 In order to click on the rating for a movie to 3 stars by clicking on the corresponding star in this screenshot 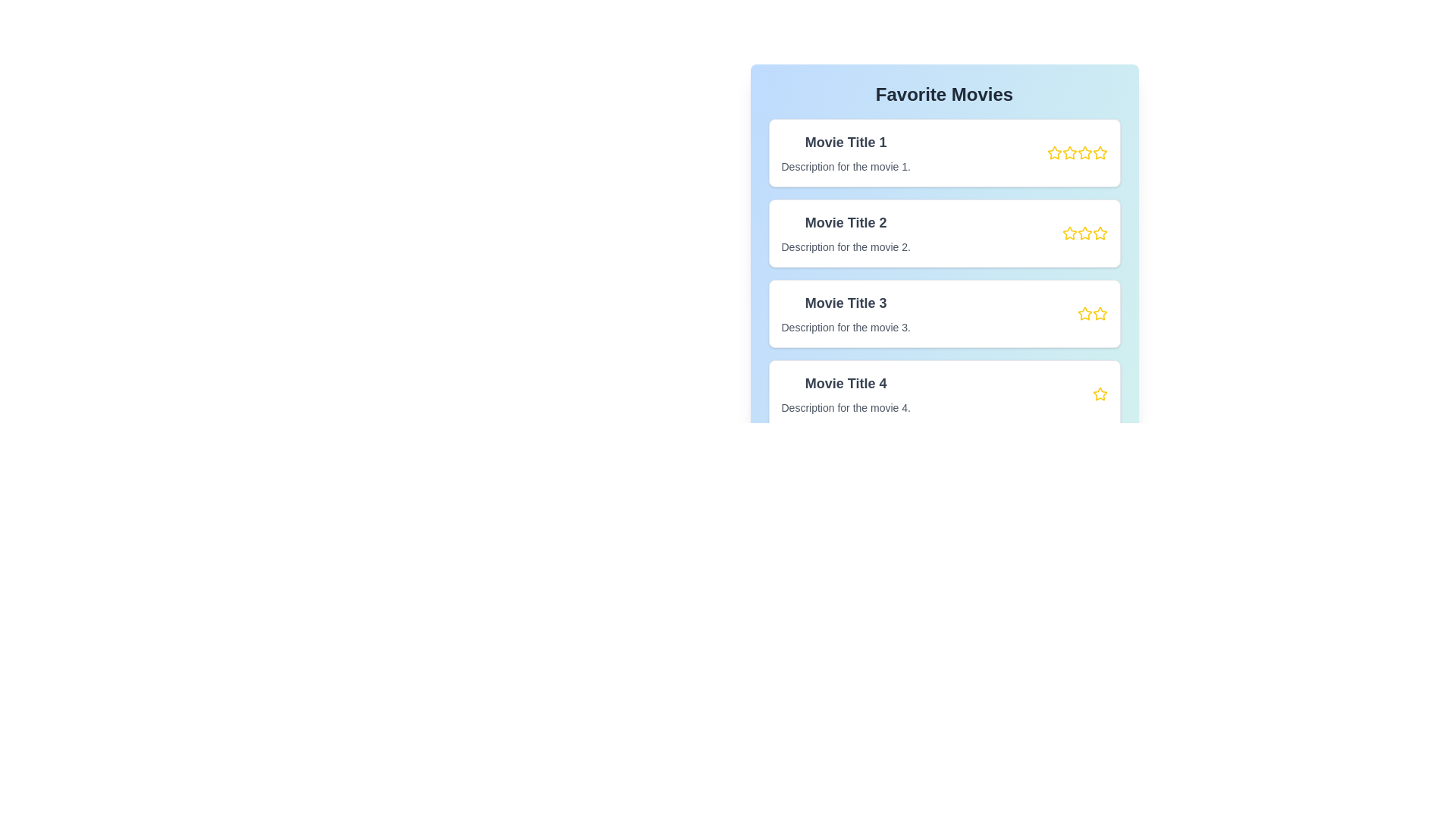, I will do `click(1084, 152)`.